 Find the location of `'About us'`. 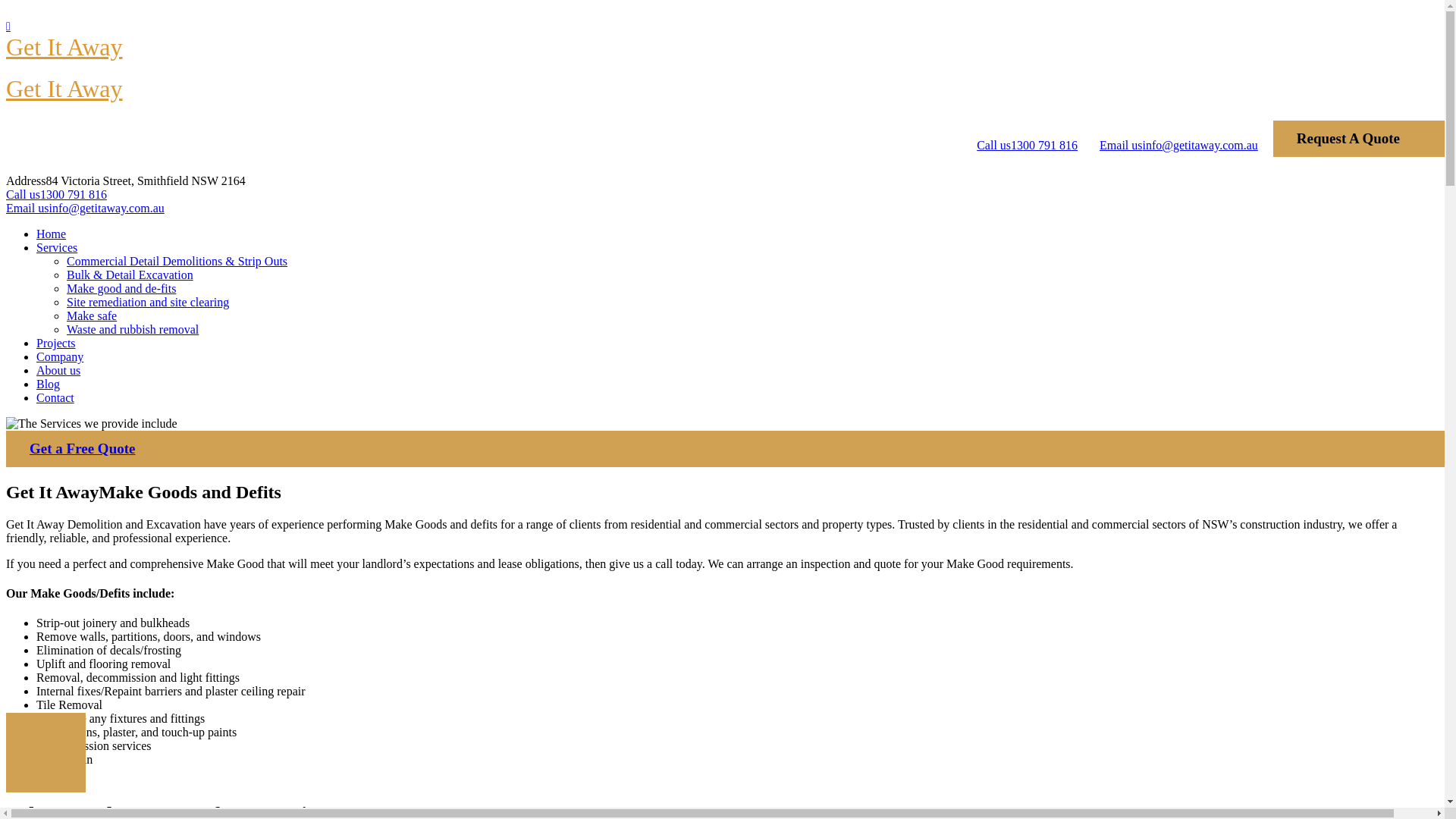

'About us' is located at coordinates (58, 370).